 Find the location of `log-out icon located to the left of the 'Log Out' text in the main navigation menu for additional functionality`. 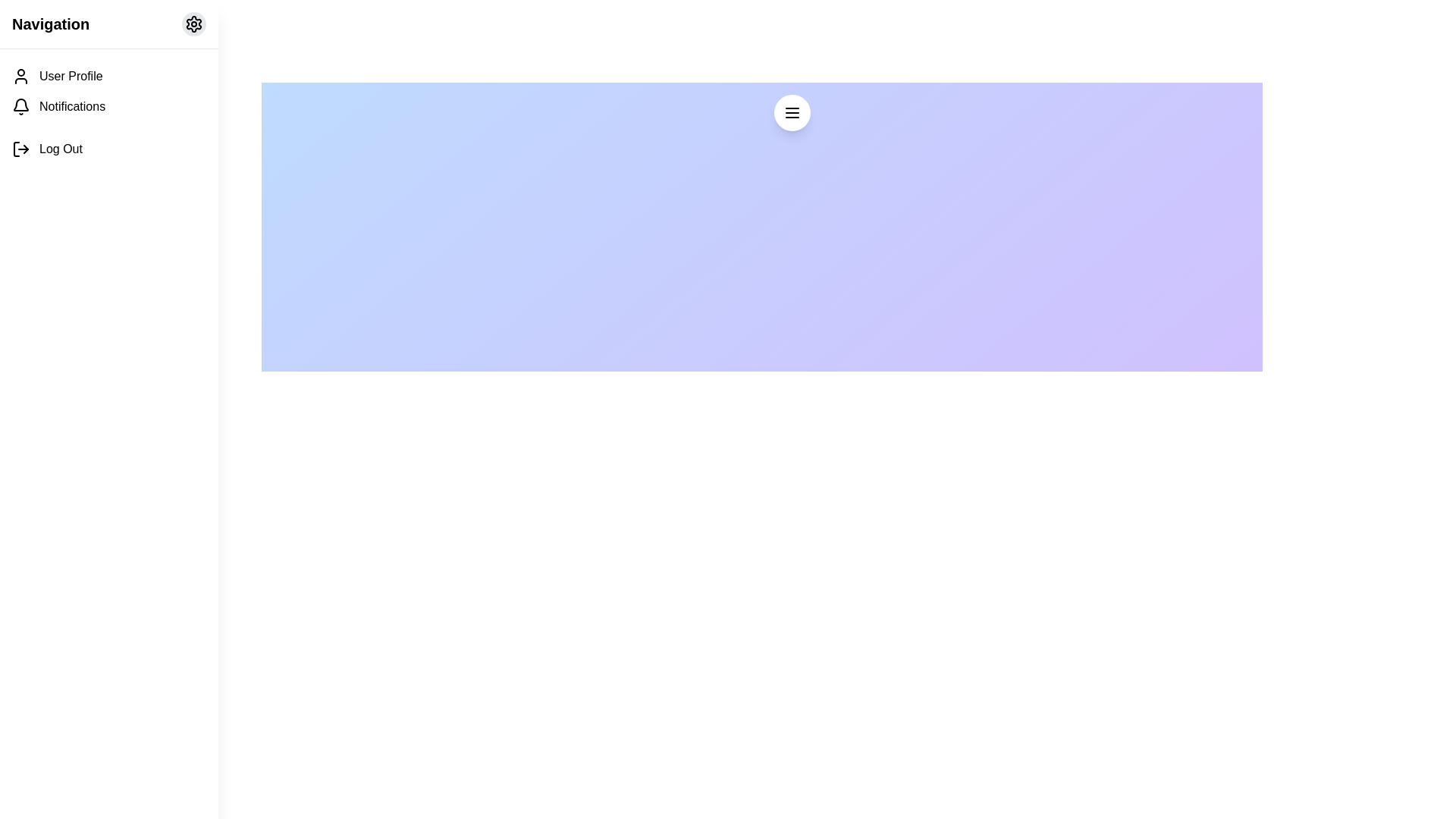

log-out icon located to the left of the 'Log Out' text in the main navigation menu for additional functionality is located at coordinates (21, 149).